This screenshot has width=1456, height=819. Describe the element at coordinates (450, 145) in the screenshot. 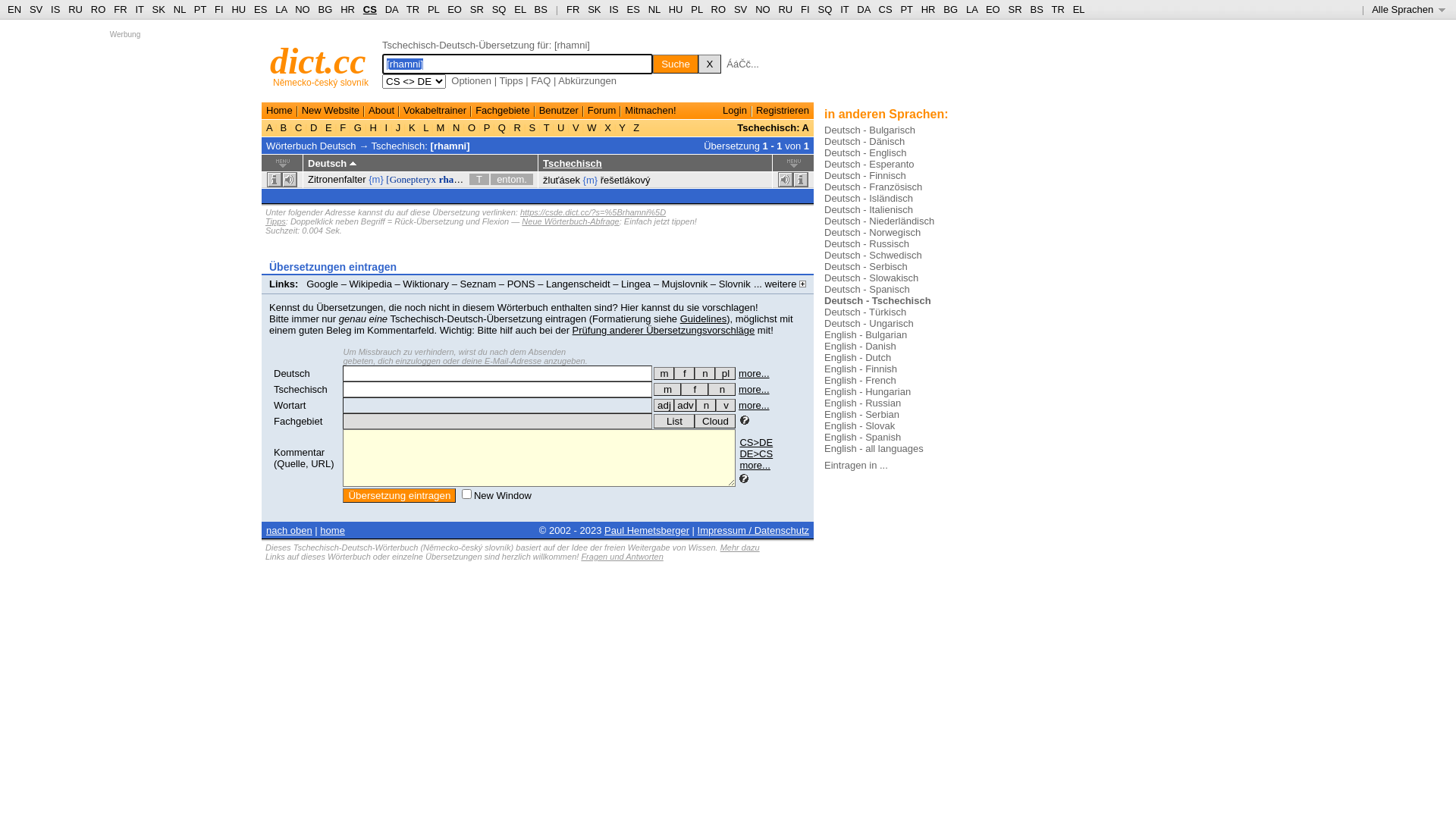

I see `'[rhamni]'` at that location.